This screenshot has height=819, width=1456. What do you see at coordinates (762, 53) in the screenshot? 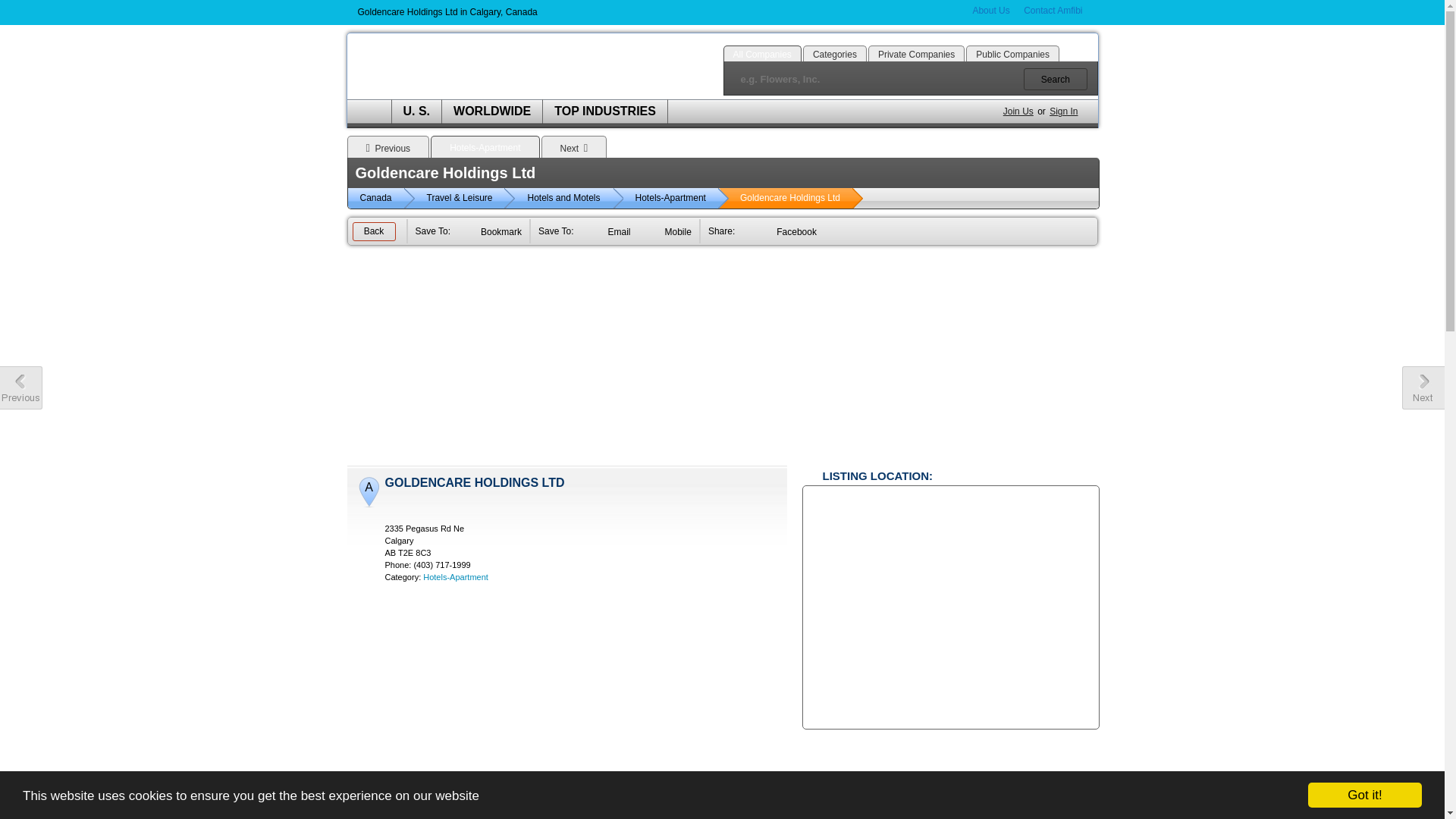
I see `'All Companies'` at bounding box center [762, 53].